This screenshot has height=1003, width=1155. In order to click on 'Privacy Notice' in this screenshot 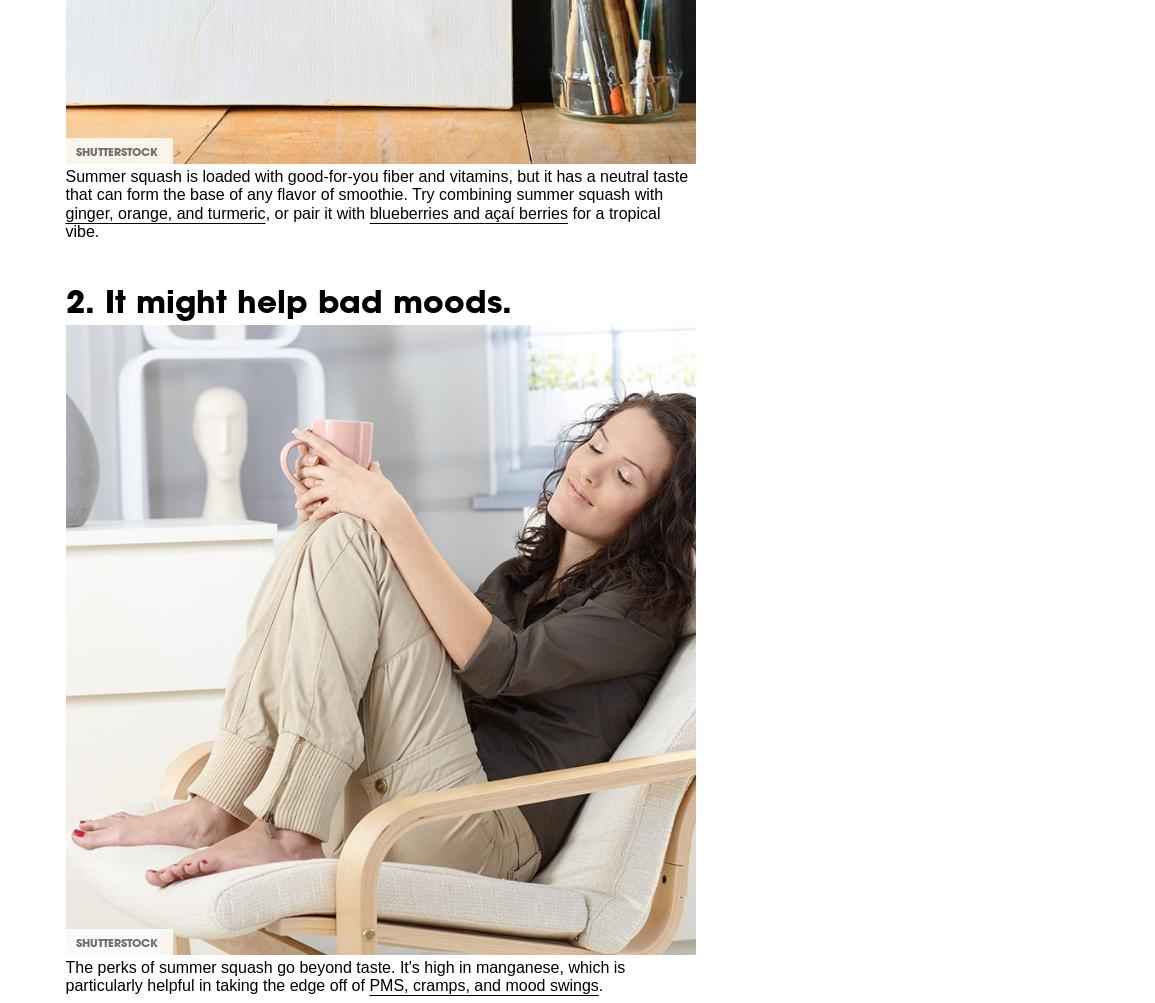, I will do `click(84, 301)`.